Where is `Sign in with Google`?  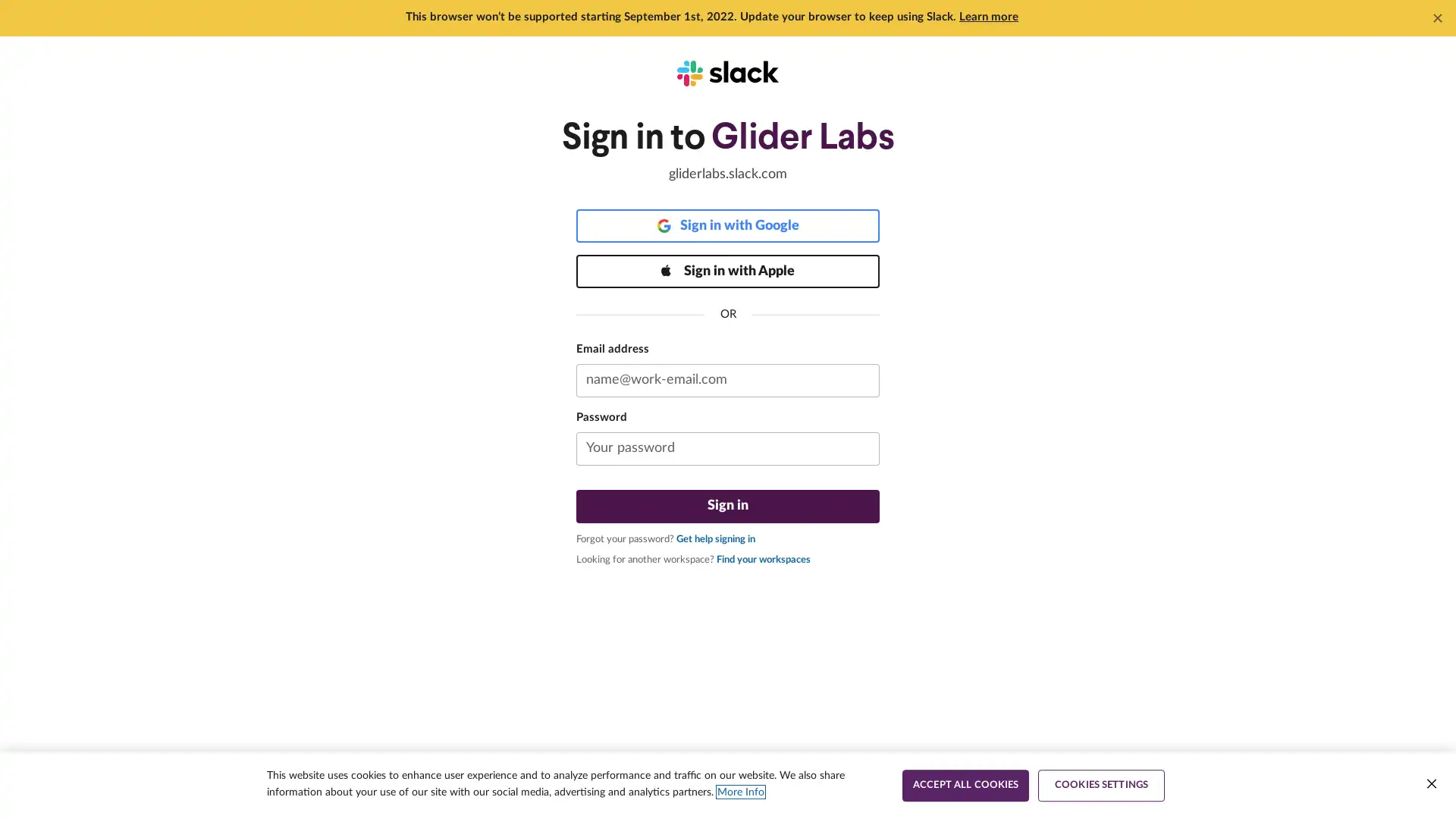 Sign in with Google is located at coordinates (728, 225).